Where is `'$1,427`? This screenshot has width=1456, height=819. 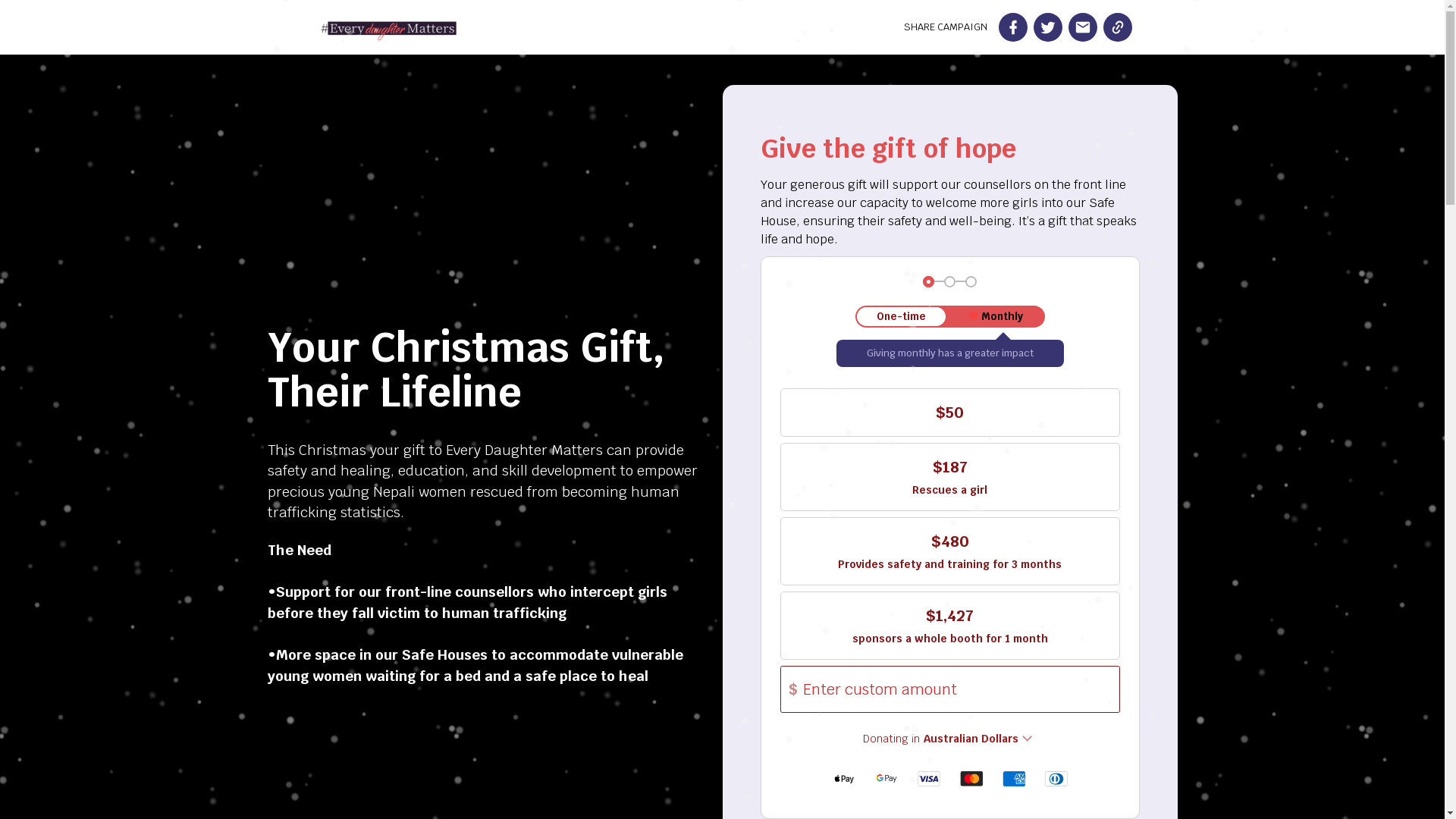 '$1,427 is located at coordinates (949, 626).